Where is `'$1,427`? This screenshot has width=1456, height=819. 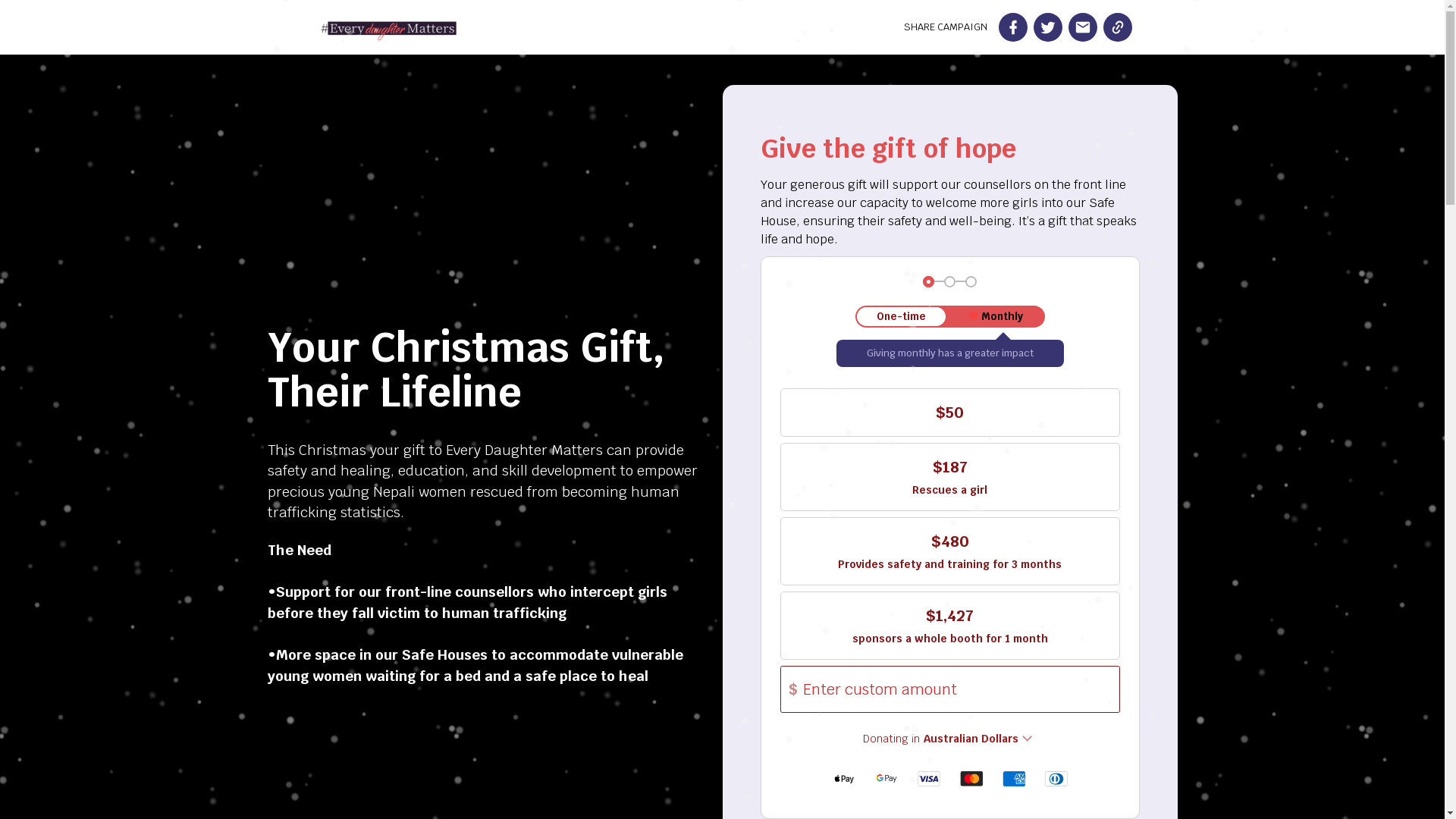 '$1,427 is located at coordinates (949, 626).